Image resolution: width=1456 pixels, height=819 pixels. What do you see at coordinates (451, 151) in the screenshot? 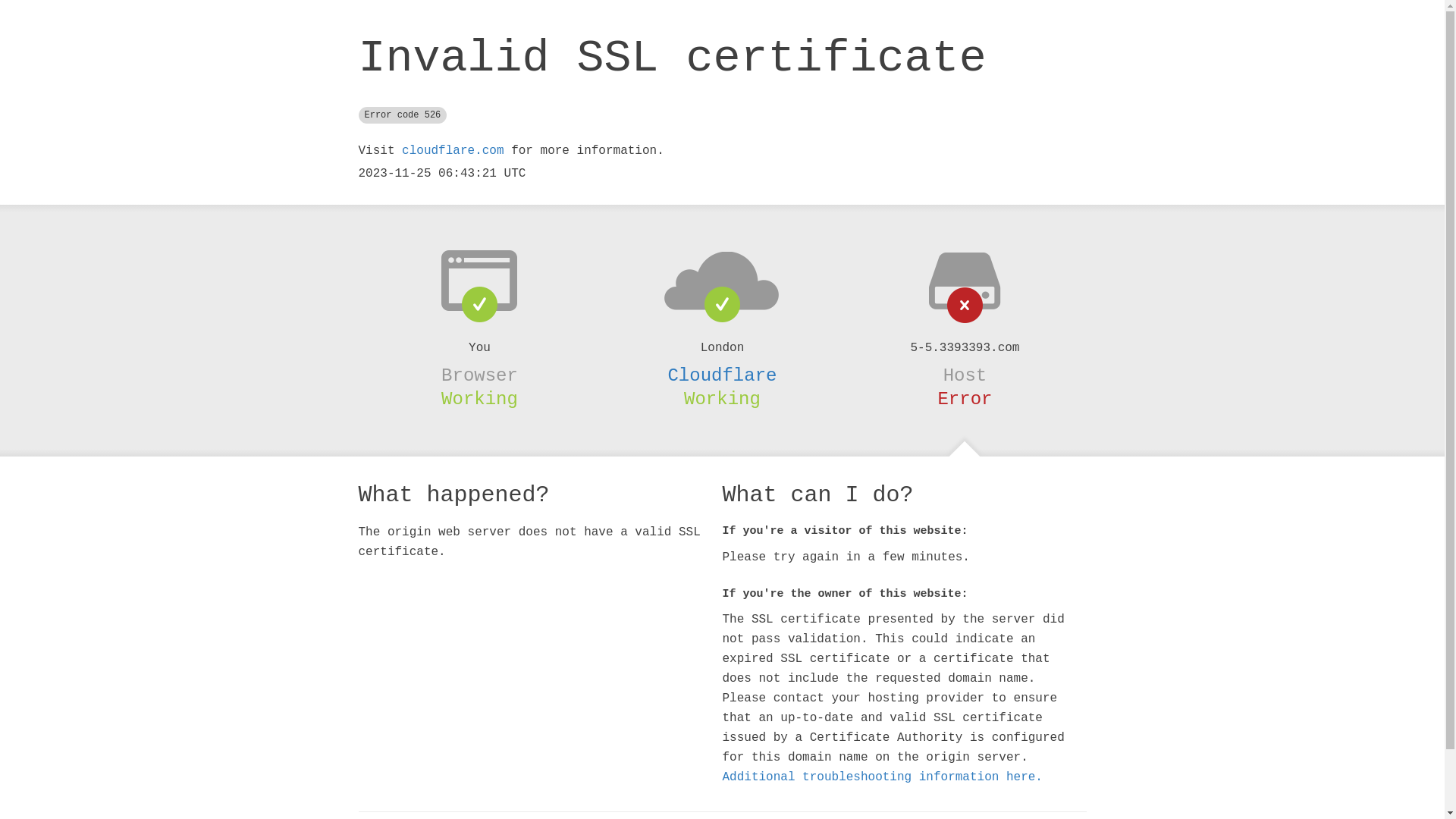
I see `'cloudflare.com'` at bounding box center [451, 151].